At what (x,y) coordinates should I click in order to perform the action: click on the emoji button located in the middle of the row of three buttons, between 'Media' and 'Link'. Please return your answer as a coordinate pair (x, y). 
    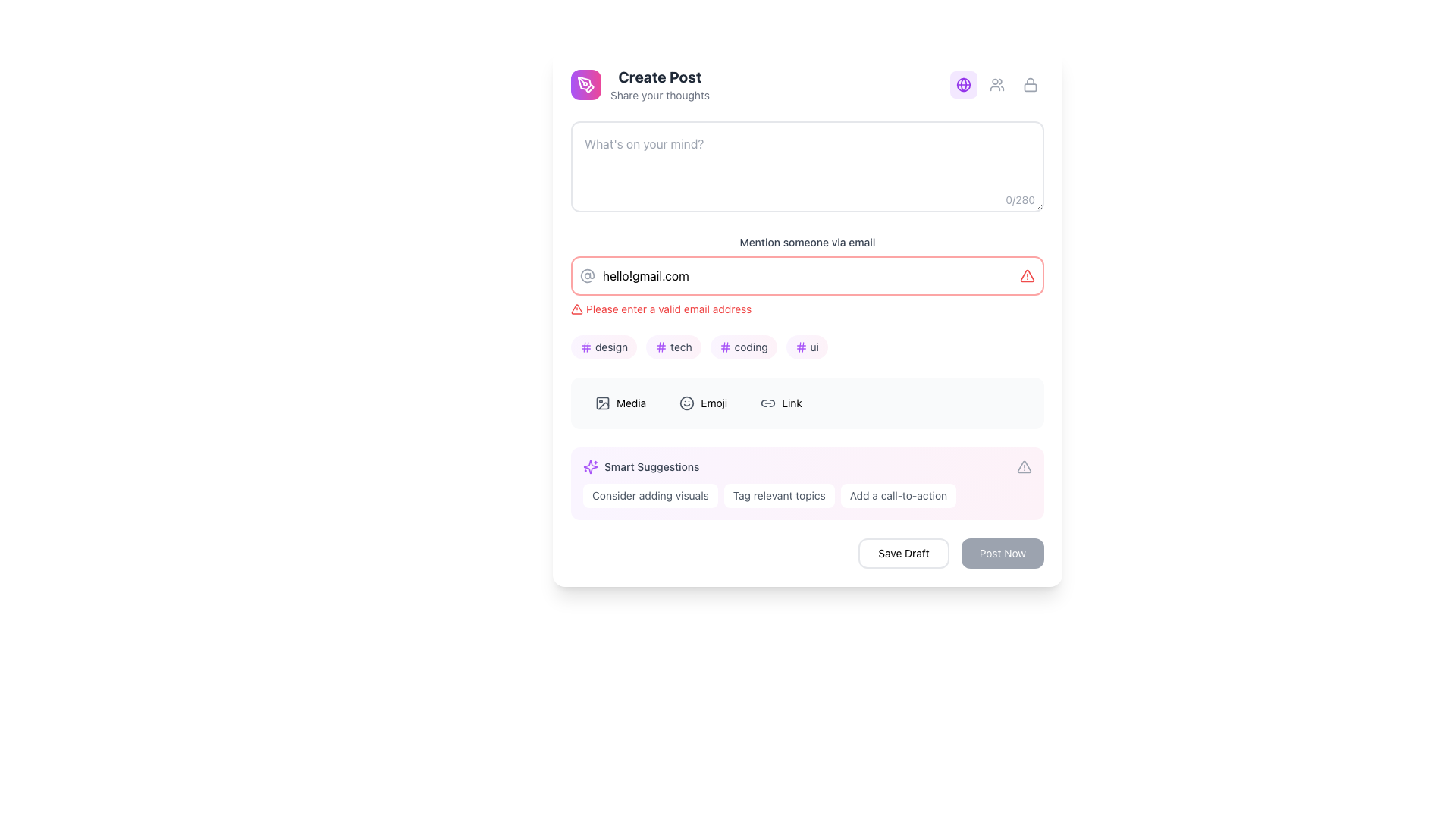
    Looking at the image, I should click on (702, 403).